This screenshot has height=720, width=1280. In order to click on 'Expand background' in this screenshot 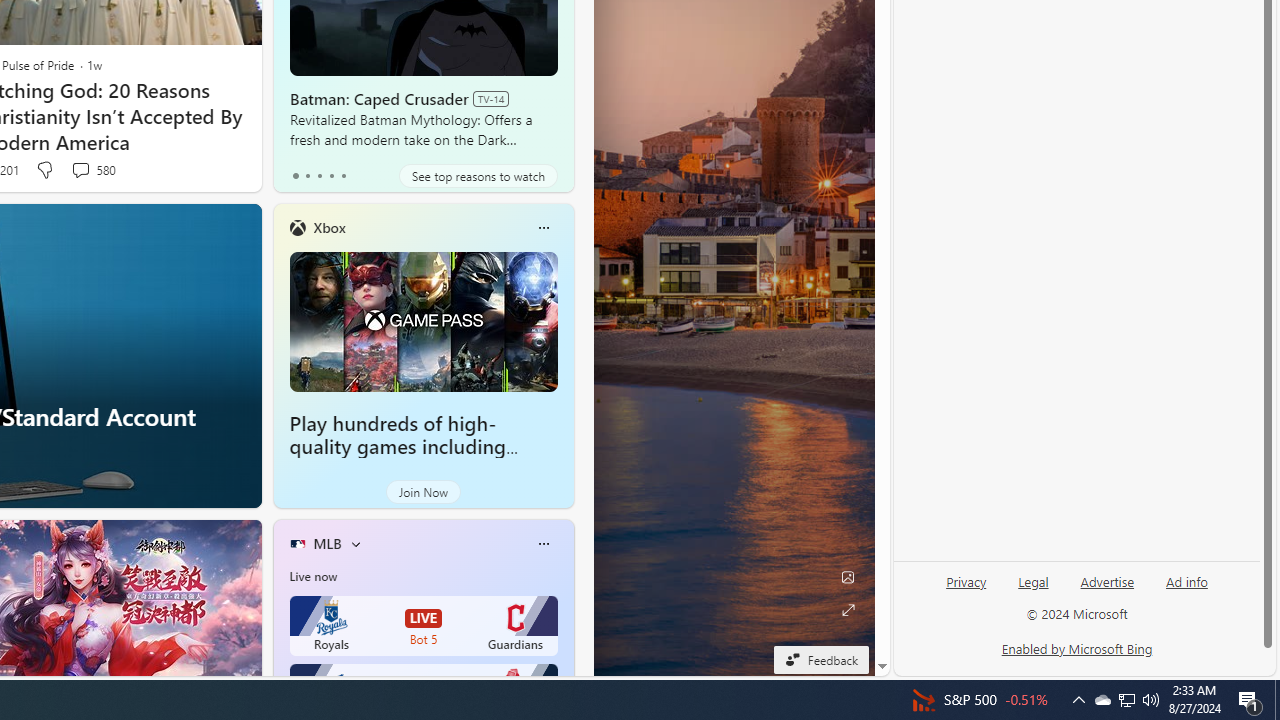, I will do `click(848, 609)`.